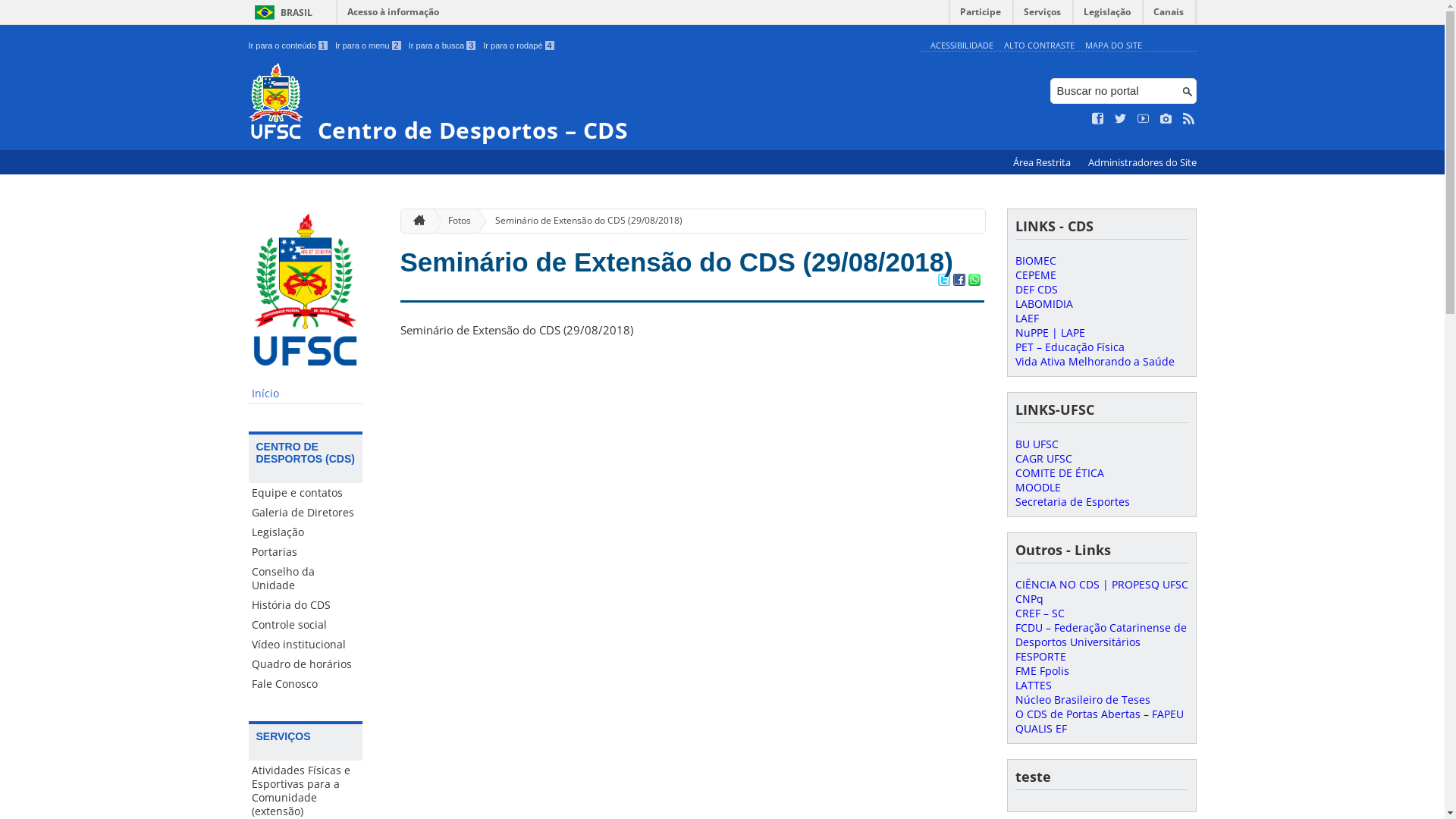 The height and width of the screenshot is (819, 1456). What do you see at coordinates (1098, 118) in the screenshot?
I see `'Curta no Facebook'` at bounding box center [1098, 118].